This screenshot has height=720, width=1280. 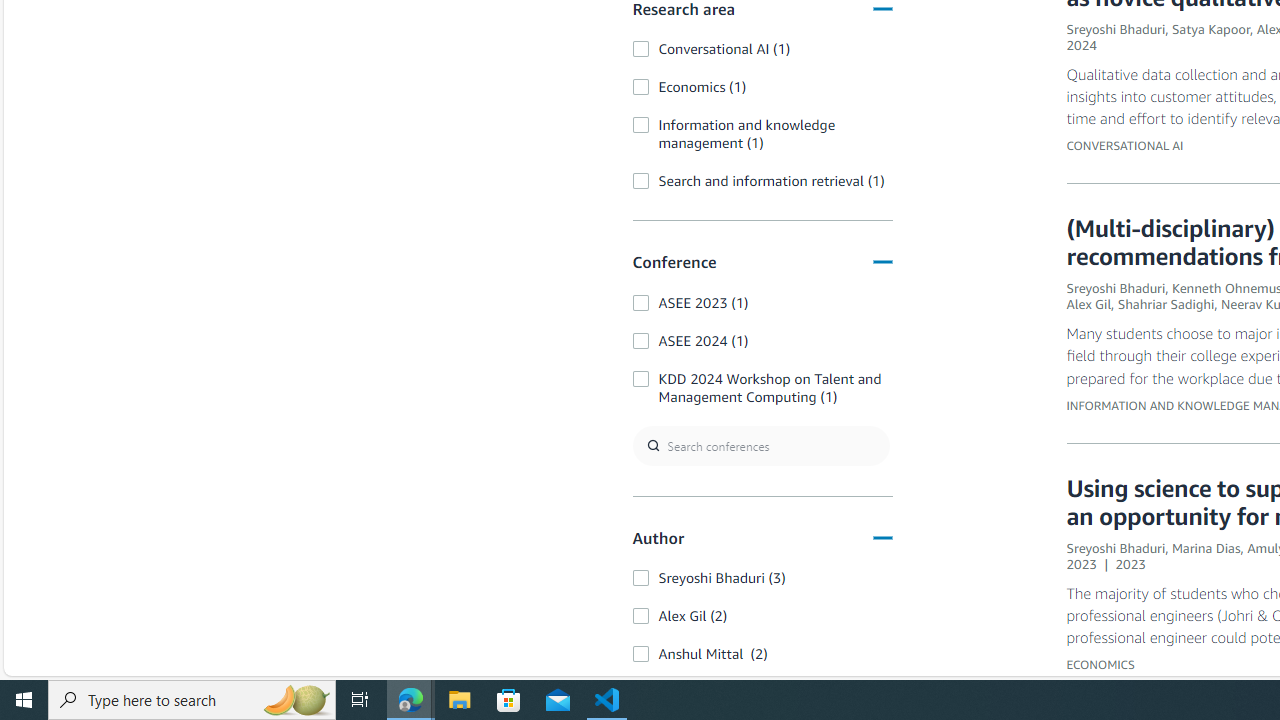 What do you see at coordinates (1209, 29) in the screenshot?
I see `'Satya Kapoor'` at bounding box center [1209, 29].